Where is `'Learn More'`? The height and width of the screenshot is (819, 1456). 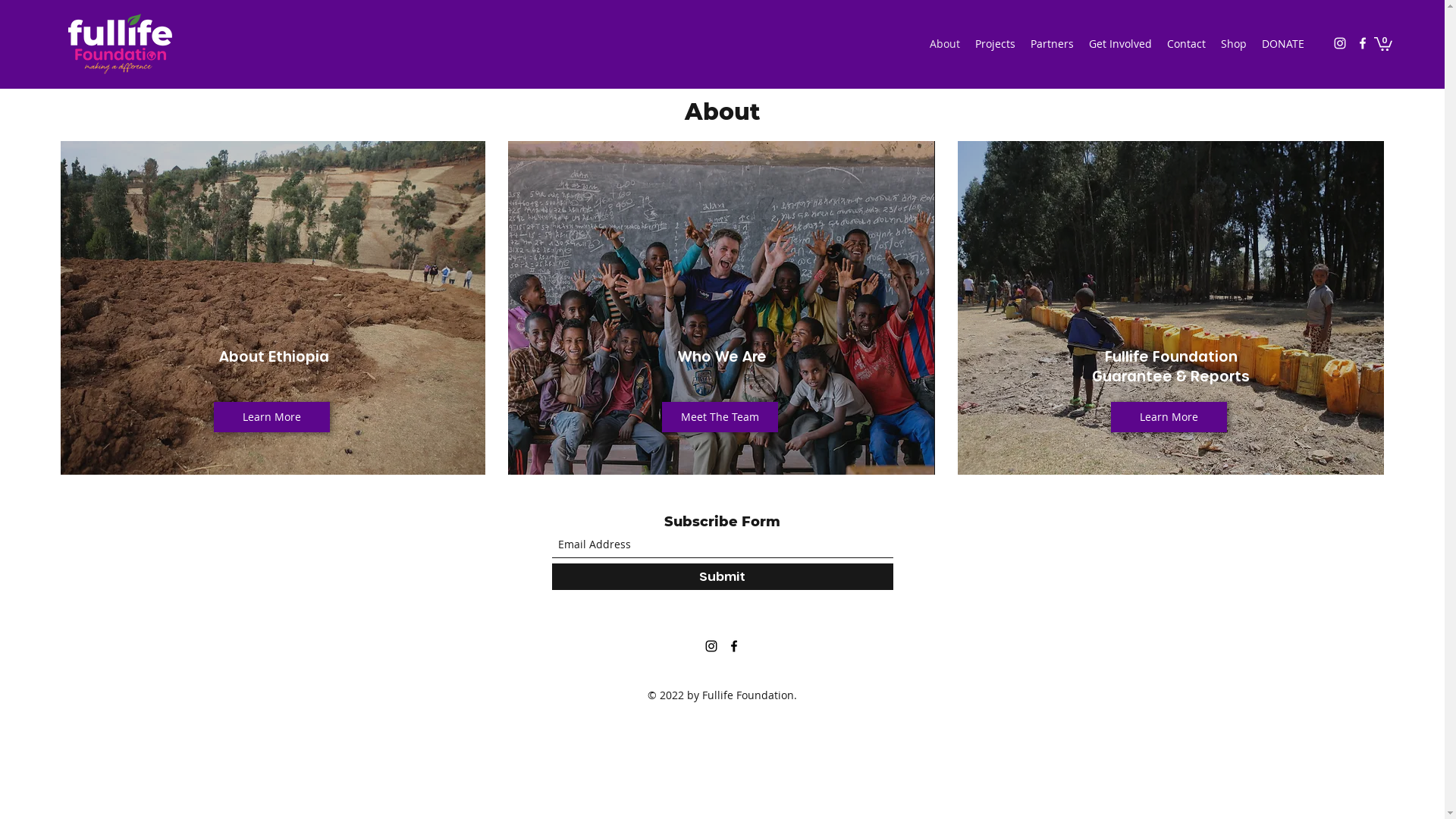 'Learn More' is located at coordinates (1110, 417).